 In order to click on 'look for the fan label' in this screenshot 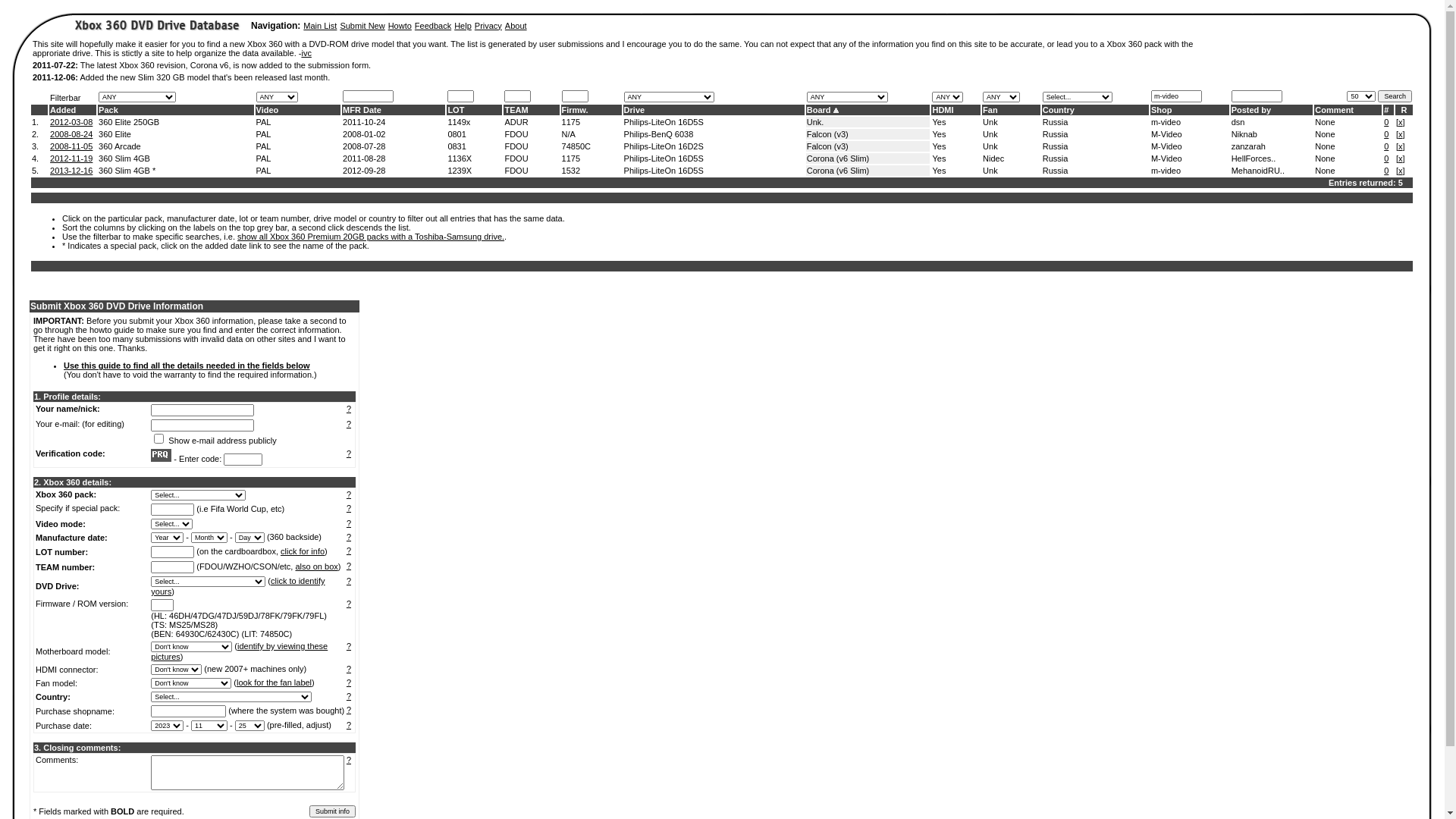, I will do `click(274, 681)`.